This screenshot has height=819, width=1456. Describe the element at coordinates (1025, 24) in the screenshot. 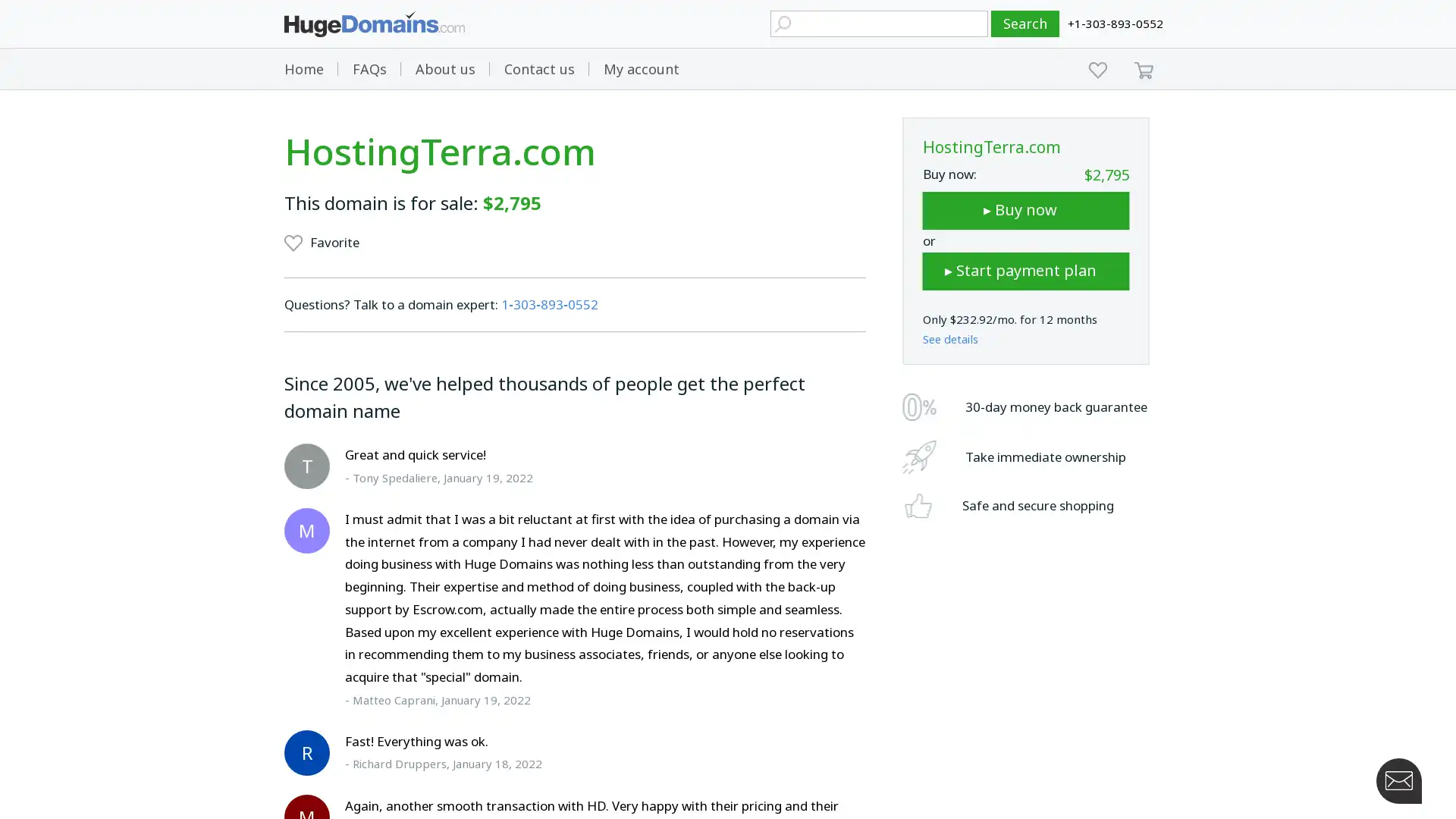

I see `Search` at that location.